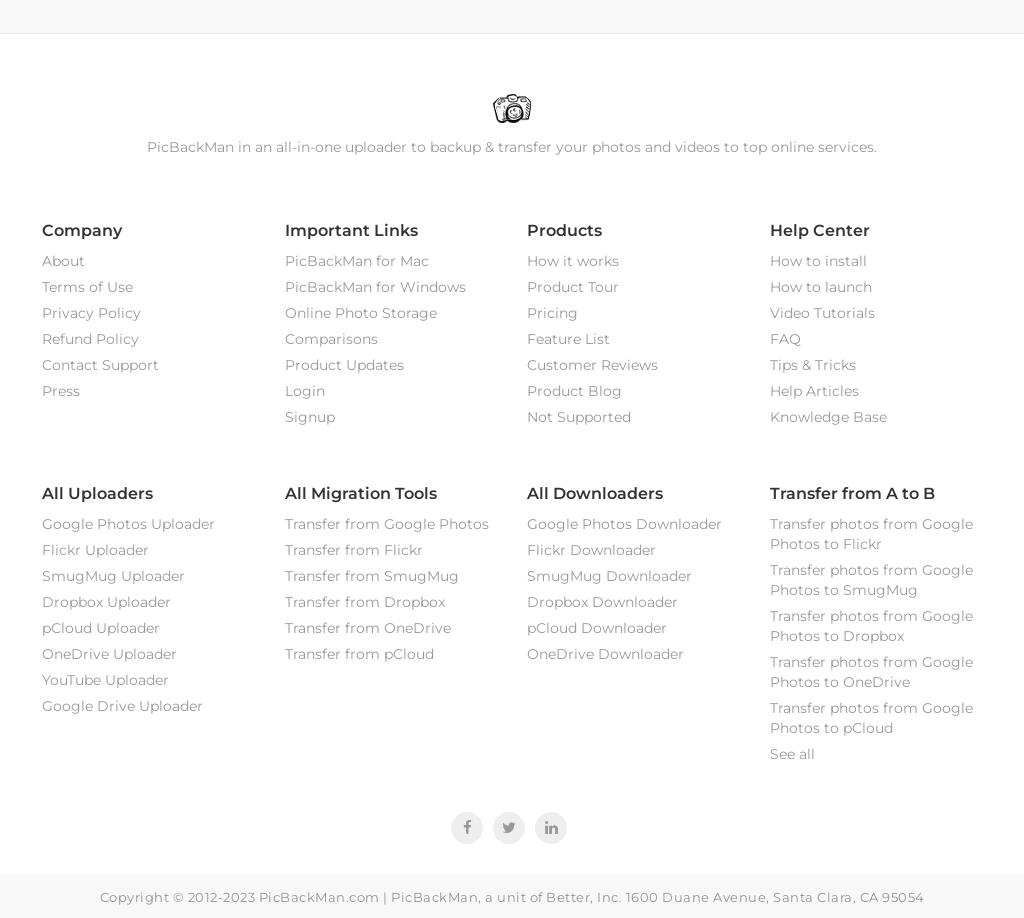 This screenshot has width=1024, height=918. Describe the element at coordinates (308, 415) in the screenshot. I see `'Signup'` at that location.